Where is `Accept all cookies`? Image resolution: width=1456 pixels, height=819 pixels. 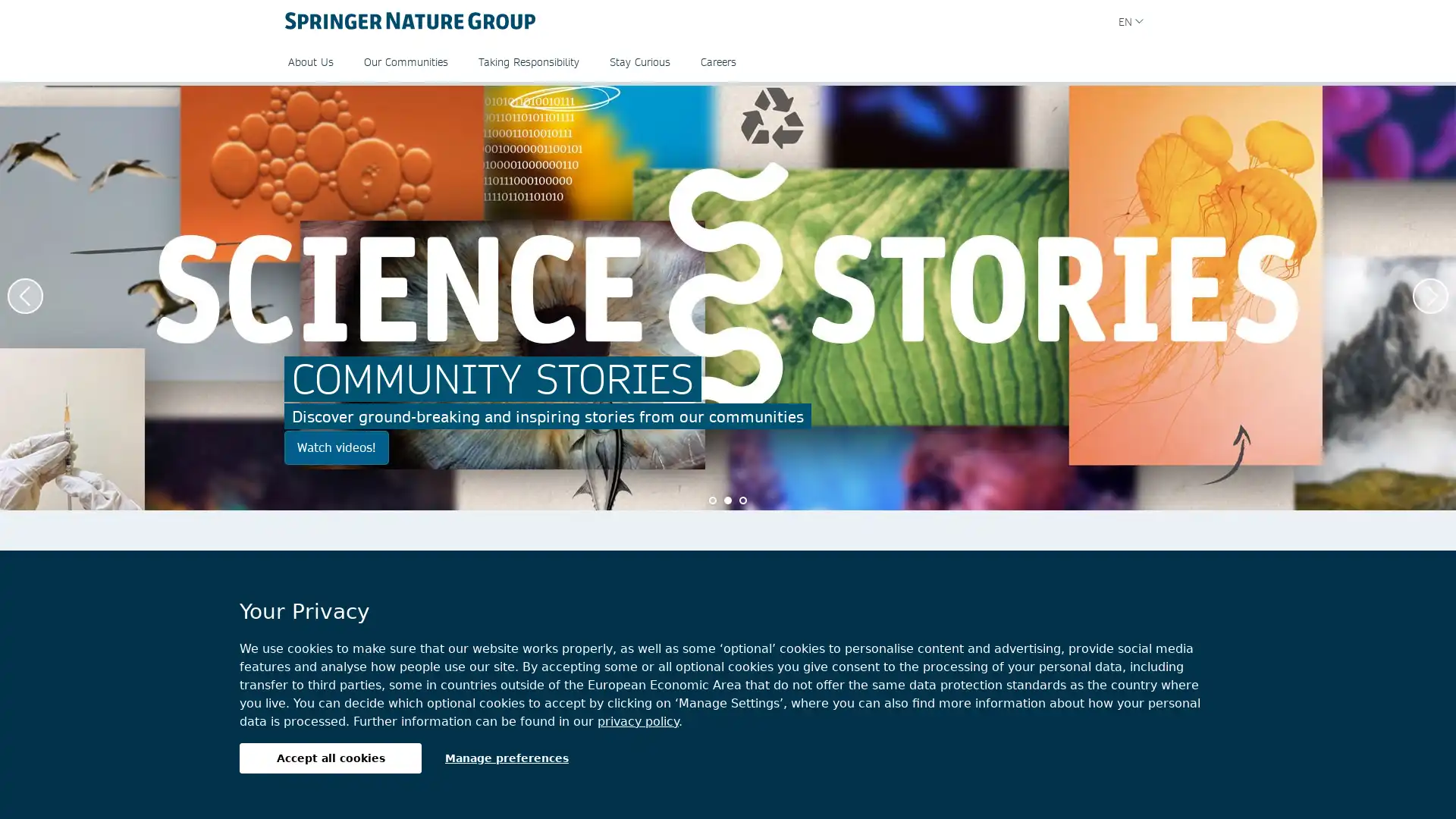
Accept all cookies is located at coordinates (330, 758).